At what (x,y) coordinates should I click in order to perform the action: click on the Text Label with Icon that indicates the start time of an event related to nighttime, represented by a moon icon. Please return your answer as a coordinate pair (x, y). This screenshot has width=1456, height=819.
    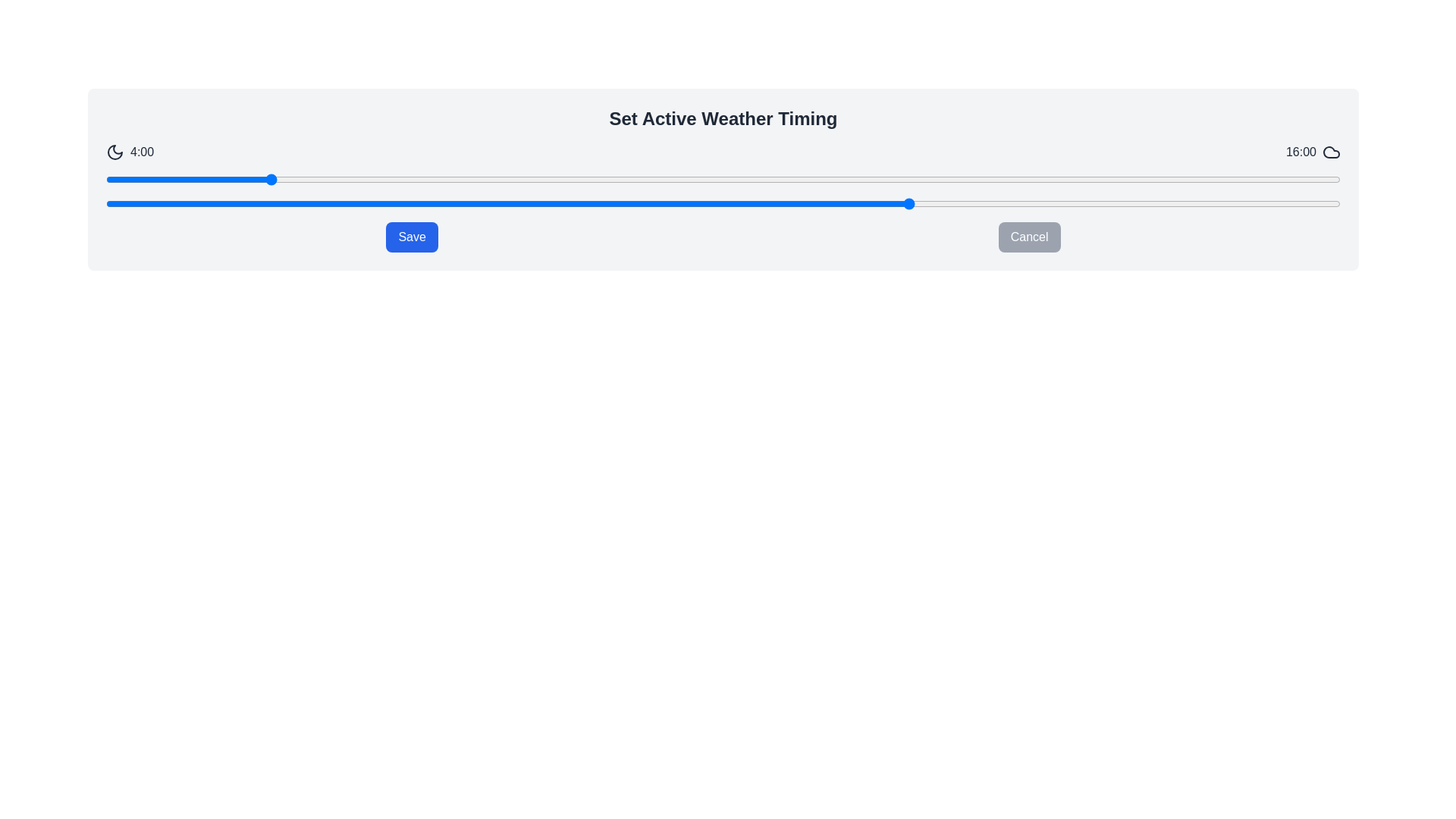
    Looking at the image, I should click on (130, 152).